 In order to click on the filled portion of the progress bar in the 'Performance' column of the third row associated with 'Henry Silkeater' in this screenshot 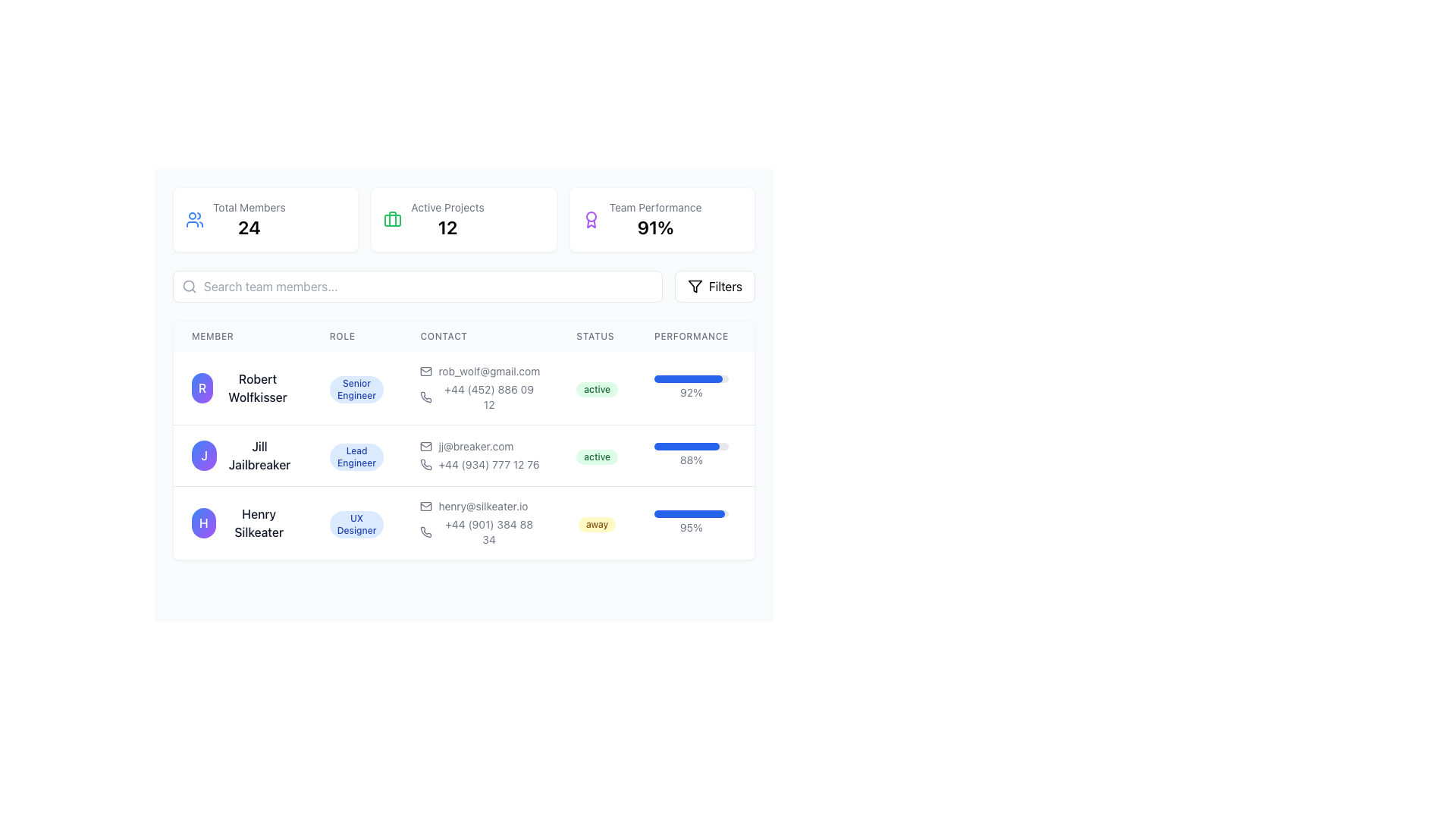, I will do `click(689, 513)`.